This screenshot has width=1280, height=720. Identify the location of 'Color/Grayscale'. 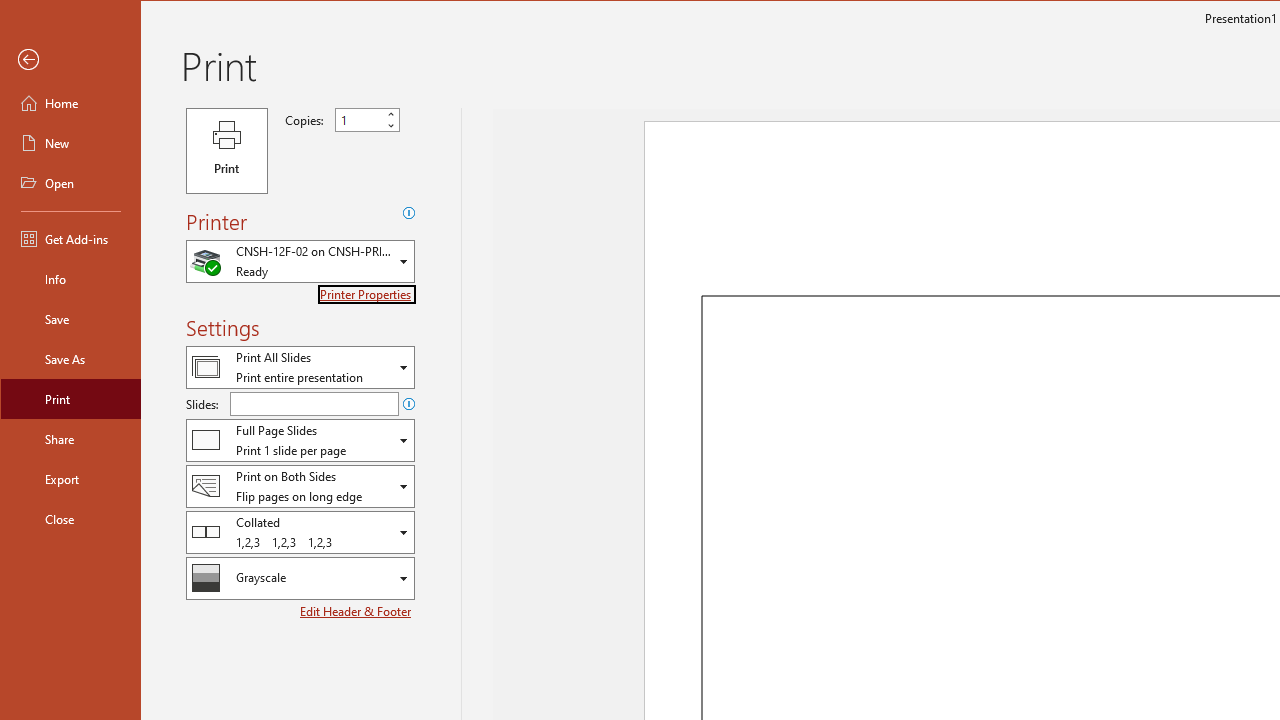
(299, 578).